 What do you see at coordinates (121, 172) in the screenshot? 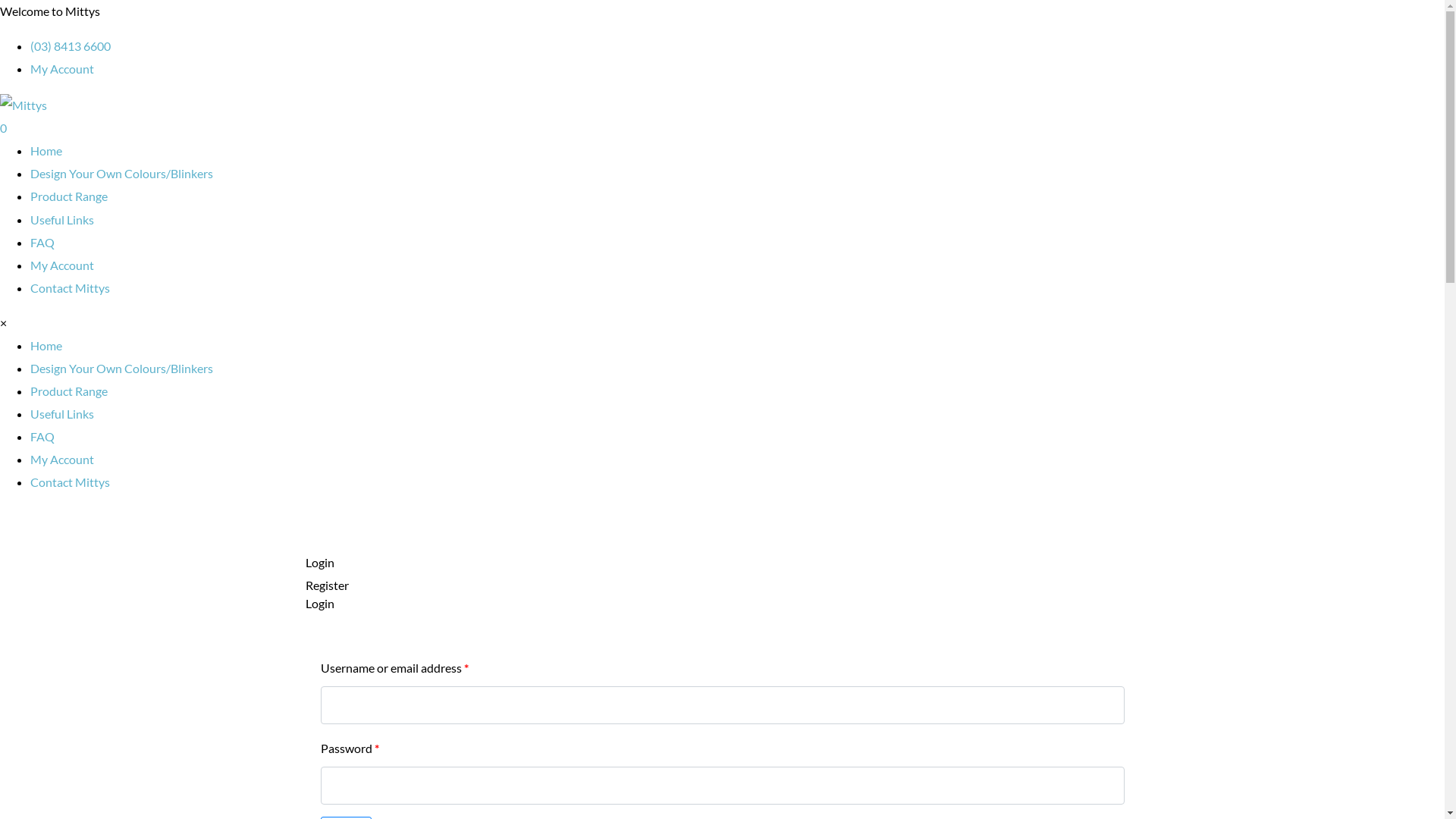
I see `'Design Your Own Colours/Blinkers'` at bounding box center [121, 172].